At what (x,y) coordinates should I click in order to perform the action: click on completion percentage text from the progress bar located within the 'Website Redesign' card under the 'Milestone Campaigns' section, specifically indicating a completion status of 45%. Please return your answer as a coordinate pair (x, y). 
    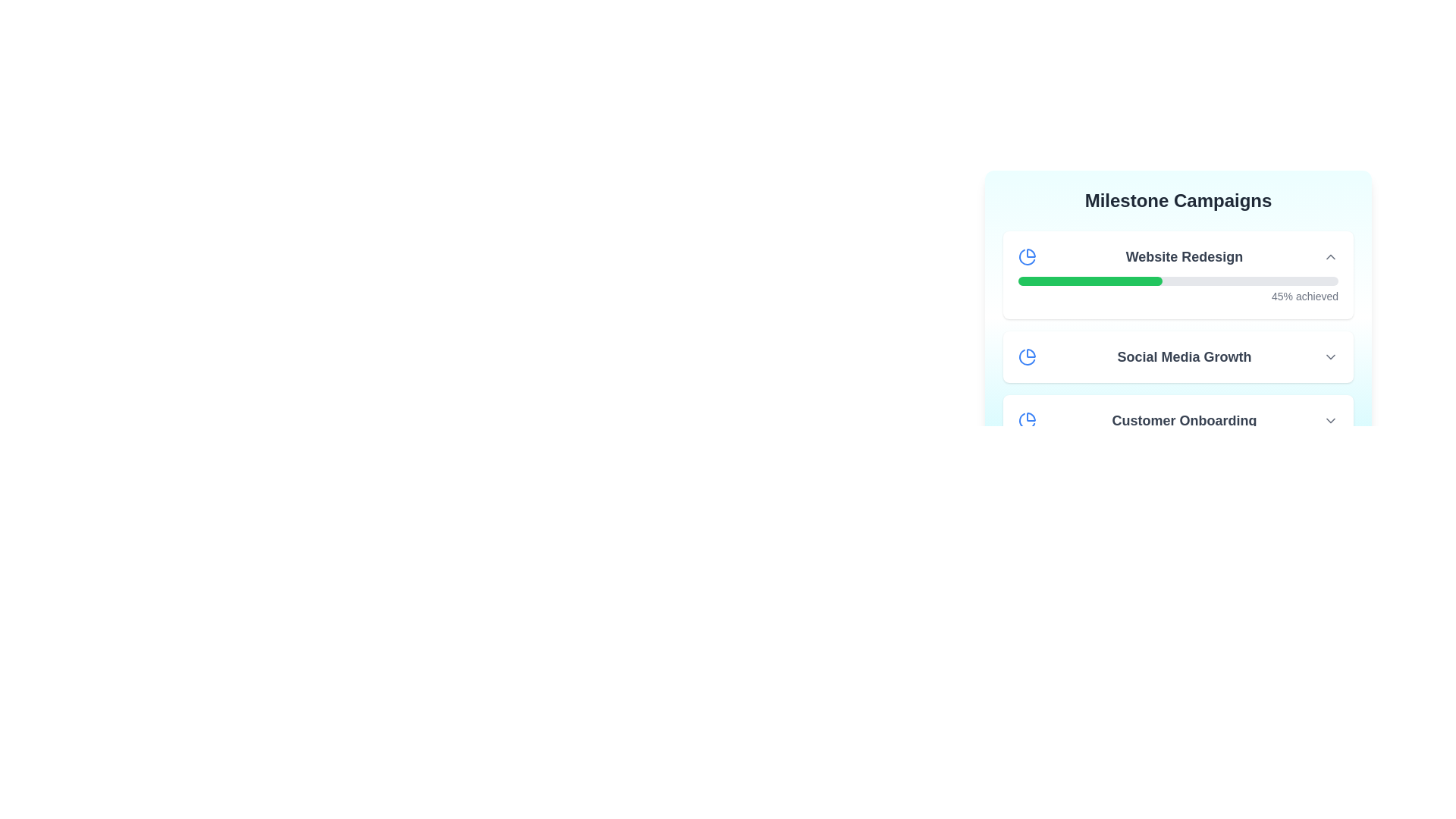
    Looking at the image, I should click on (1178, 290).